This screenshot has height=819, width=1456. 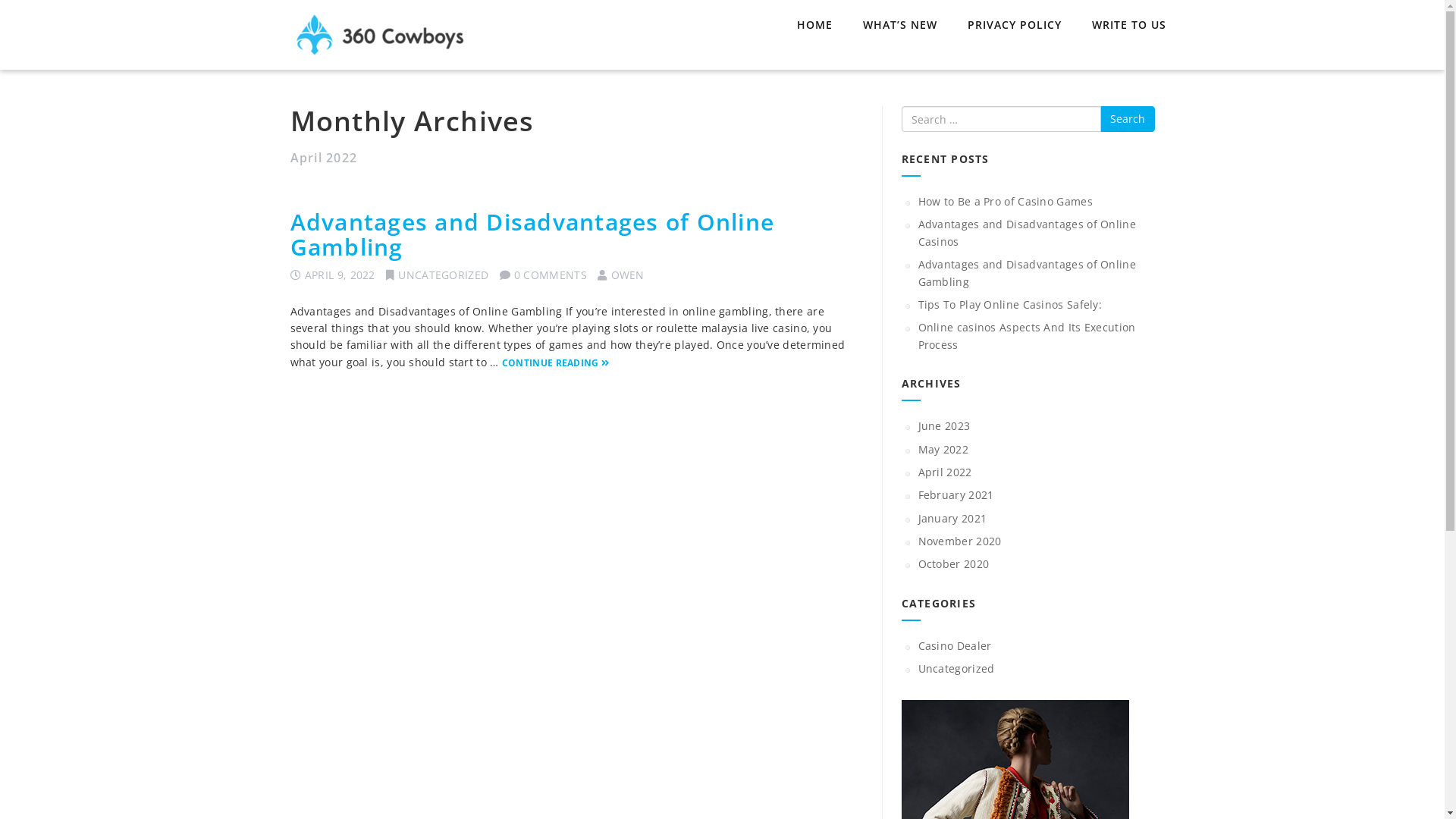 What do you see at coordinates (916, 200) in the screenshot?
I see `'How to Be a Pro of Casino Games'` at bounding box center [916, 200].